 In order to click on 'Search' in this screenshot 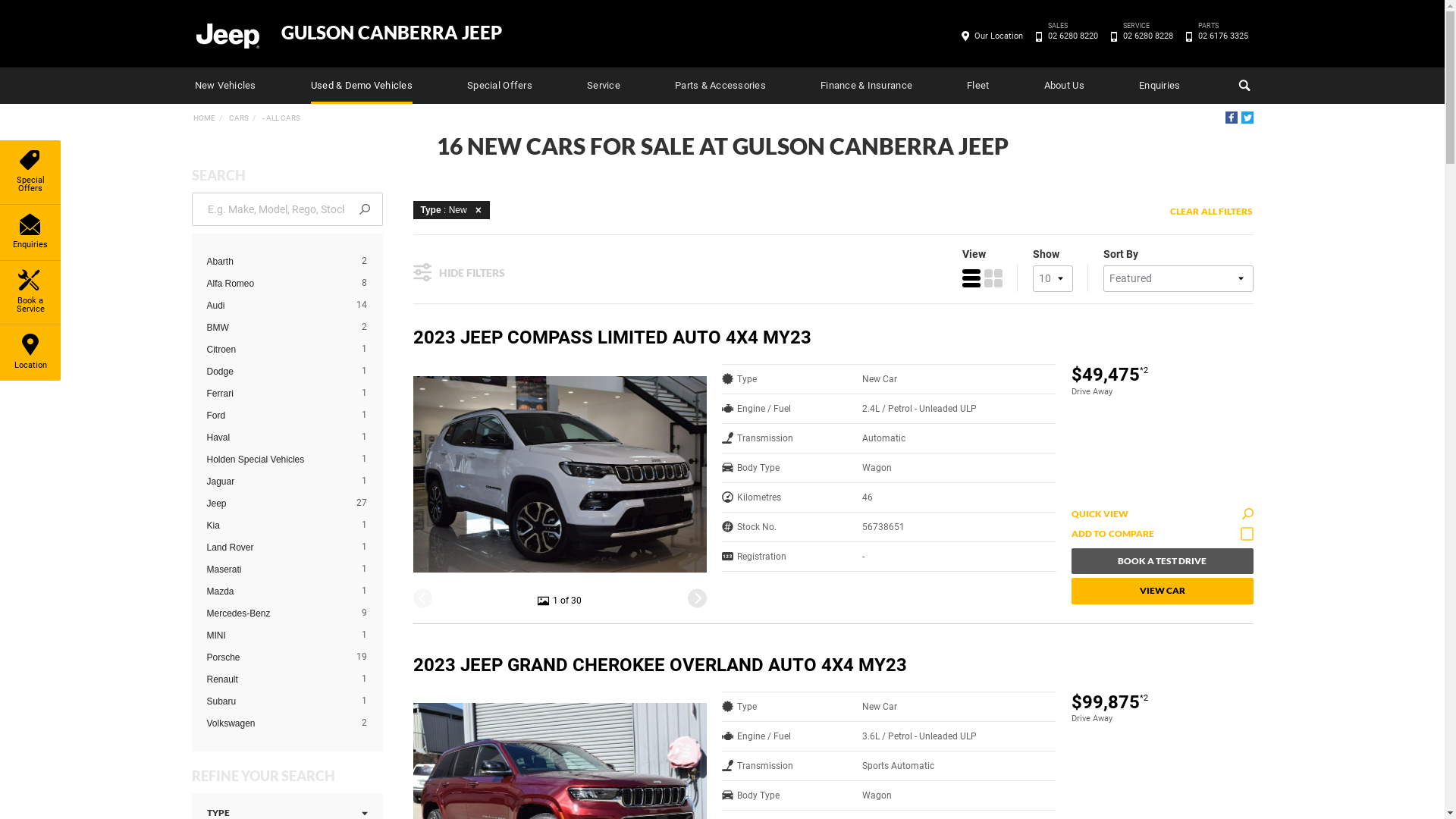, I will do `click(1241, 85)`.